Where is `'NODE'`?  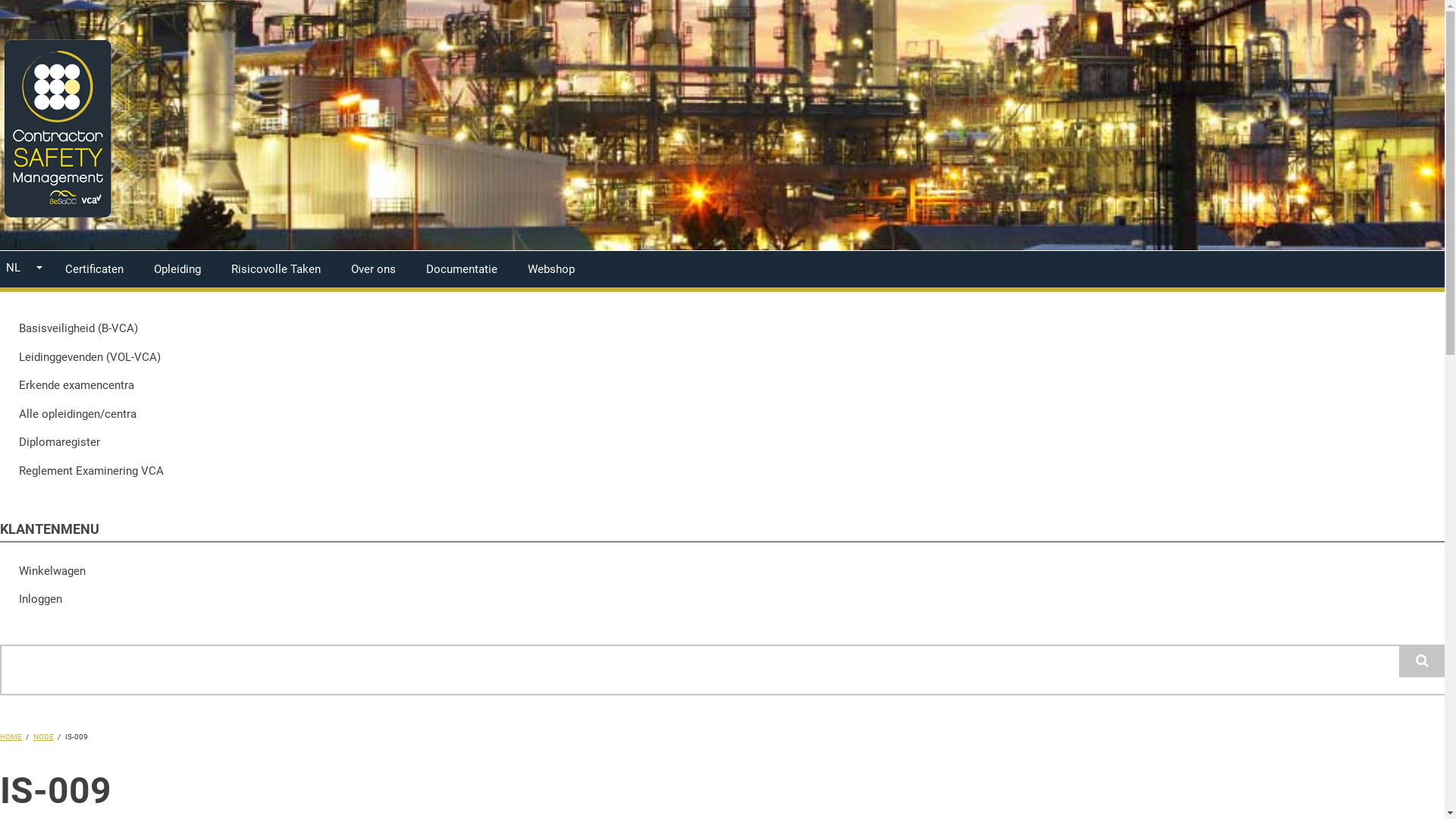 'NODE' is located at coordinates (43, 736).